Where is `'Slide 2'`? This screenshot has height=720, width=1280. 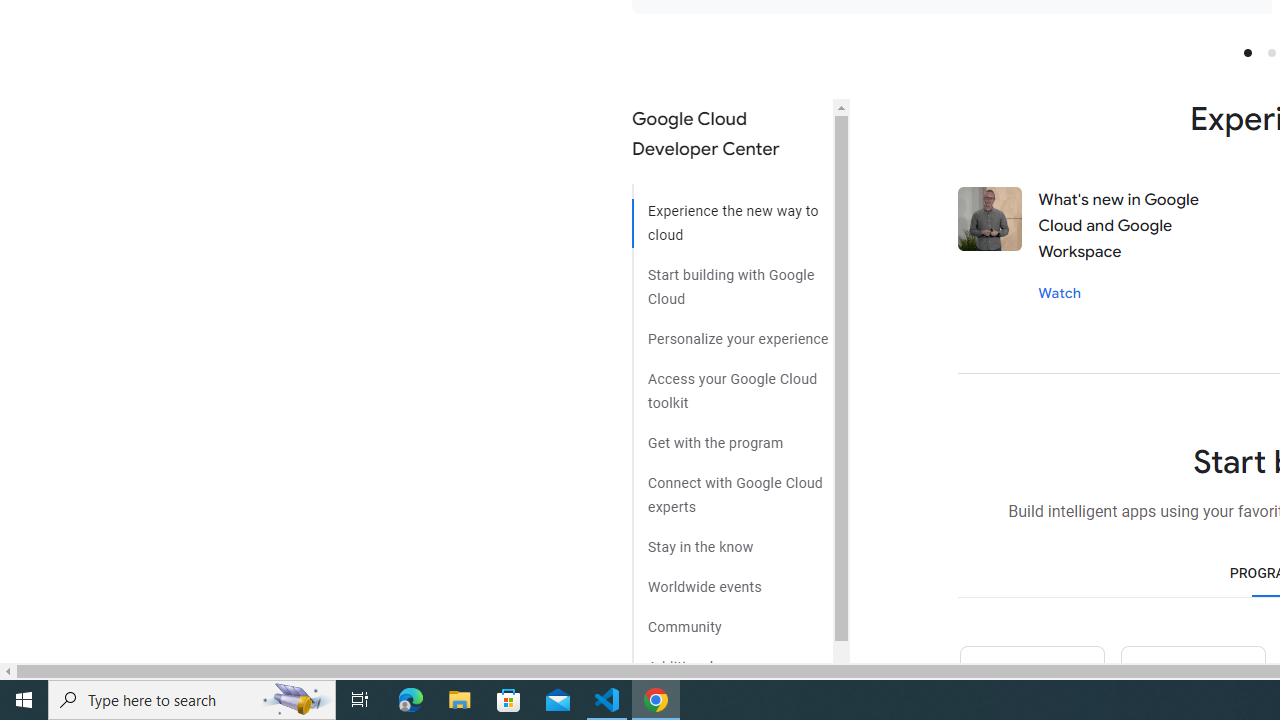
'Slide 2' is located at coordinates (1270, 51).